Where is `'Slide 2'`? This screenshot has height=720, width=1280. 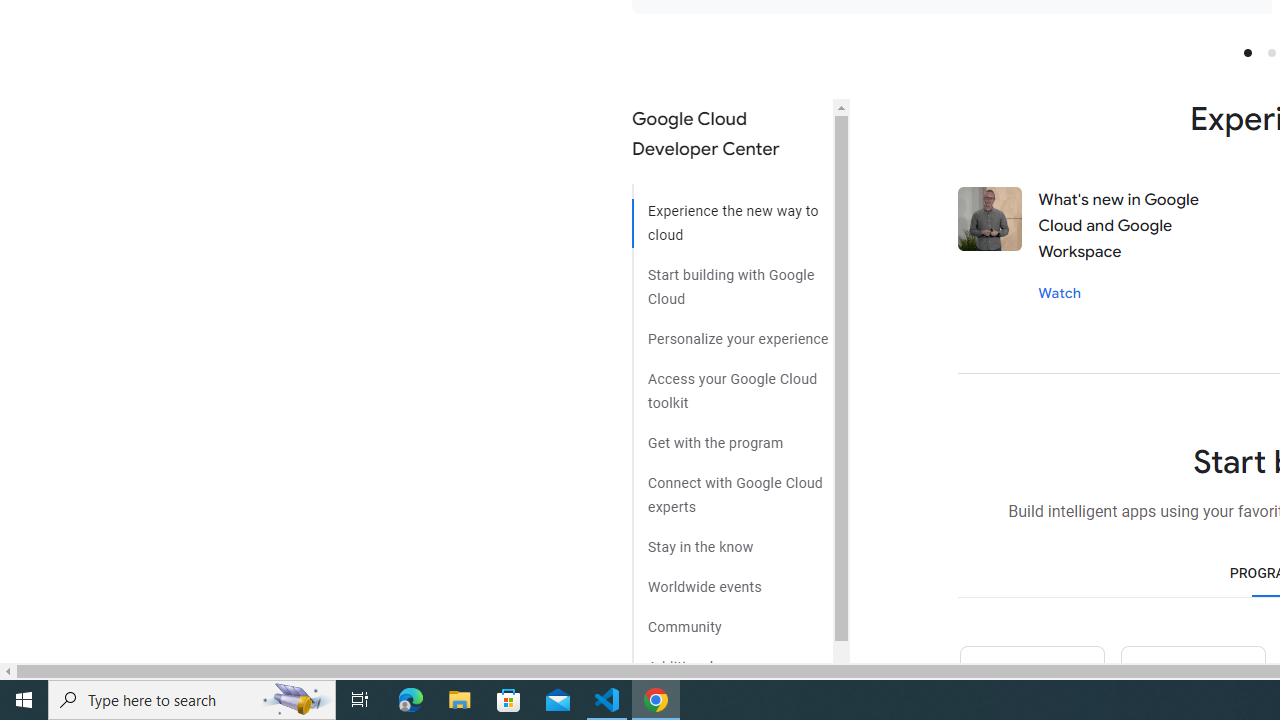
'Slide 2' is located at coordinates (1270, 51).